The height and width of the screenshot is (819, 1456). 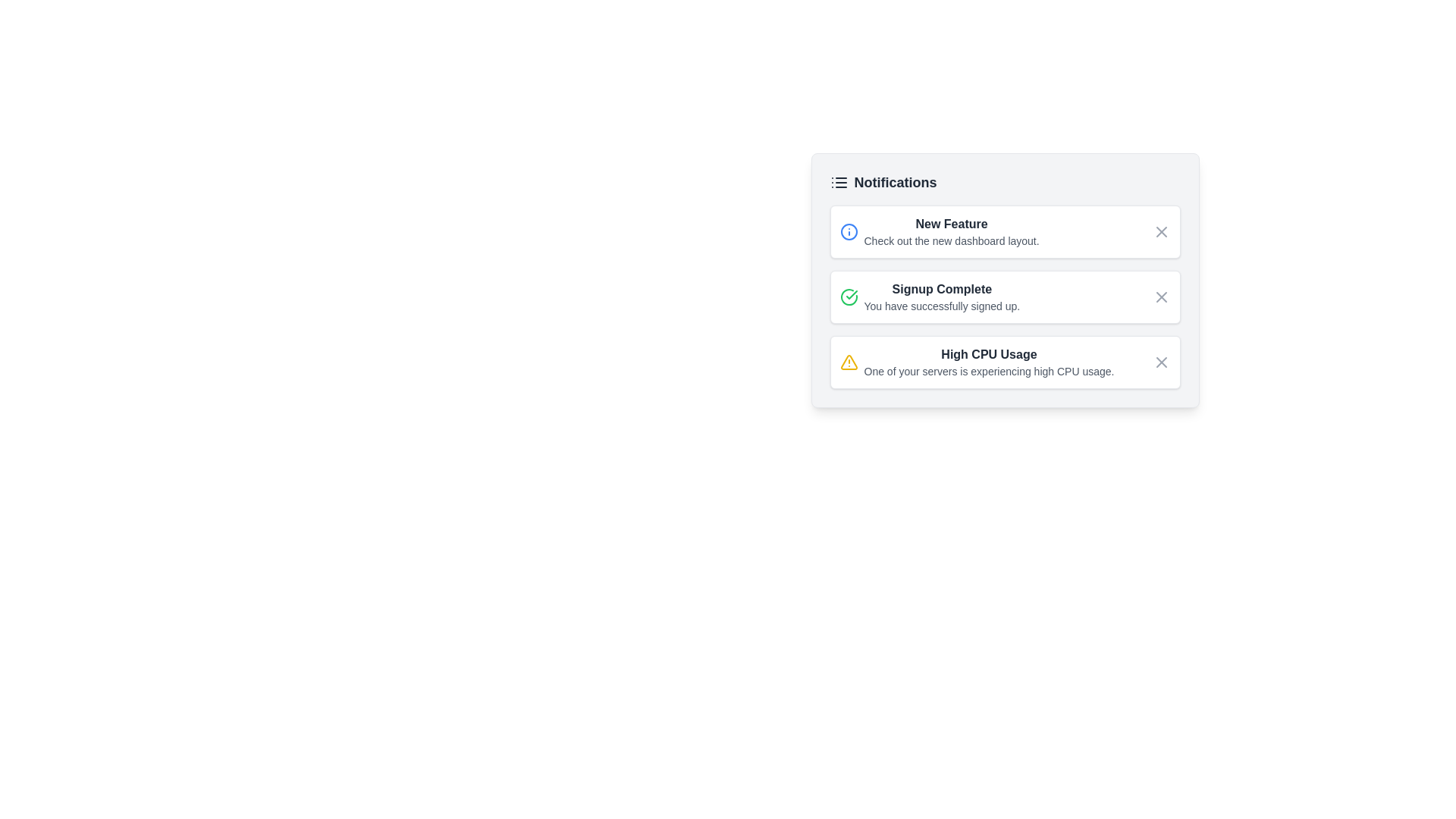 What do you see at coordinates (848, 297) in the screenshot?
I see `the 'Signup Complete' confirmation icon located to the left of the text in the Notifications panel, which is part of the second notification item in the list` at bounding box center [848, 297].